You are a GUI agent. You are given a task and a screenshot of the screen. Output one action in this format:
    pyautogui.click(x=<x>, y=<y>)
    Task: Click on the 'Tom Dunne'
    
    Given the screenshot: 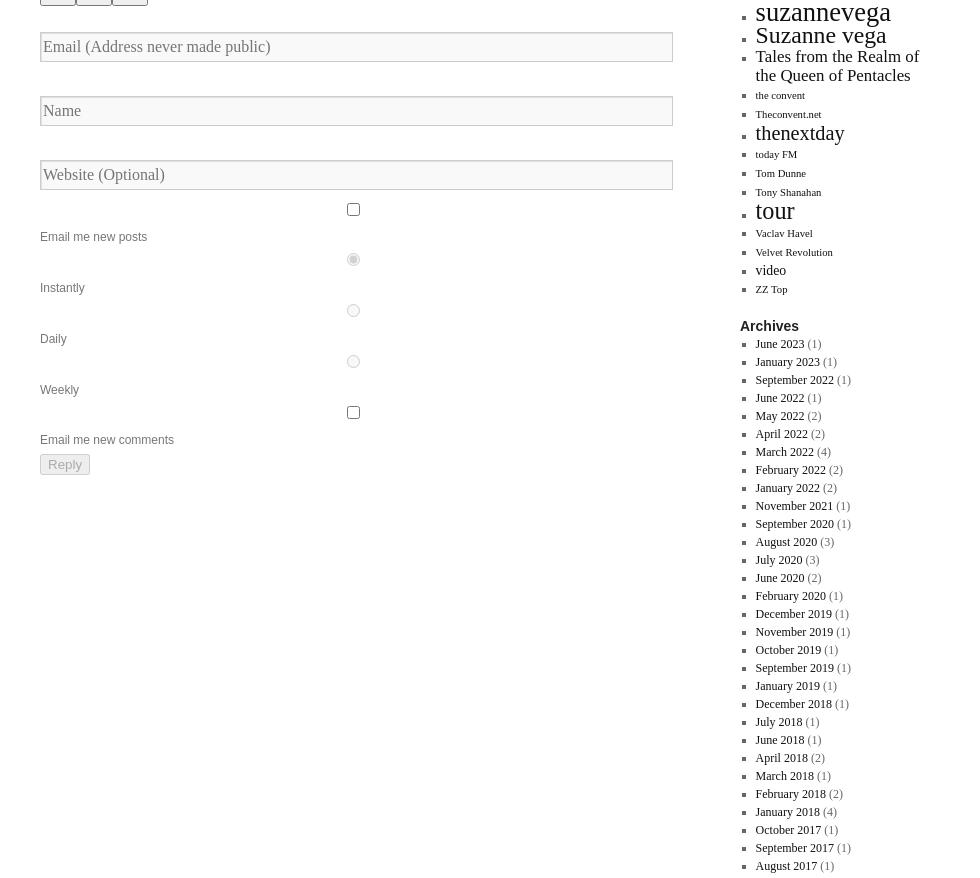 What is the action you would take?
    pyautogui.click(x=780, y=173)
    